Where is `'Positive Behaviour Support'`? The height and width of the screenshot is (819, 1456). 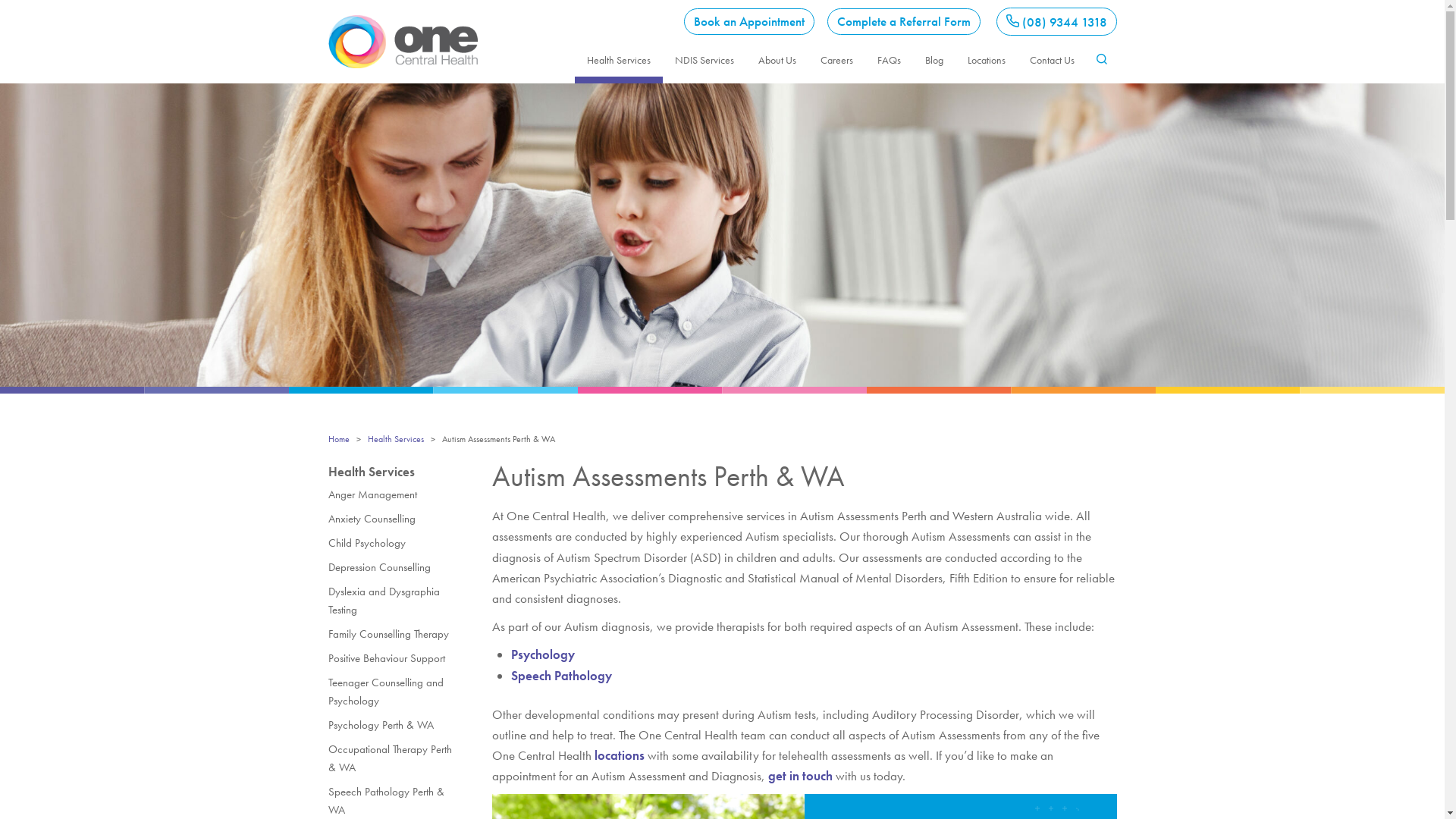 'Positive Behaviour Support' is located at coordinates (394, 657).